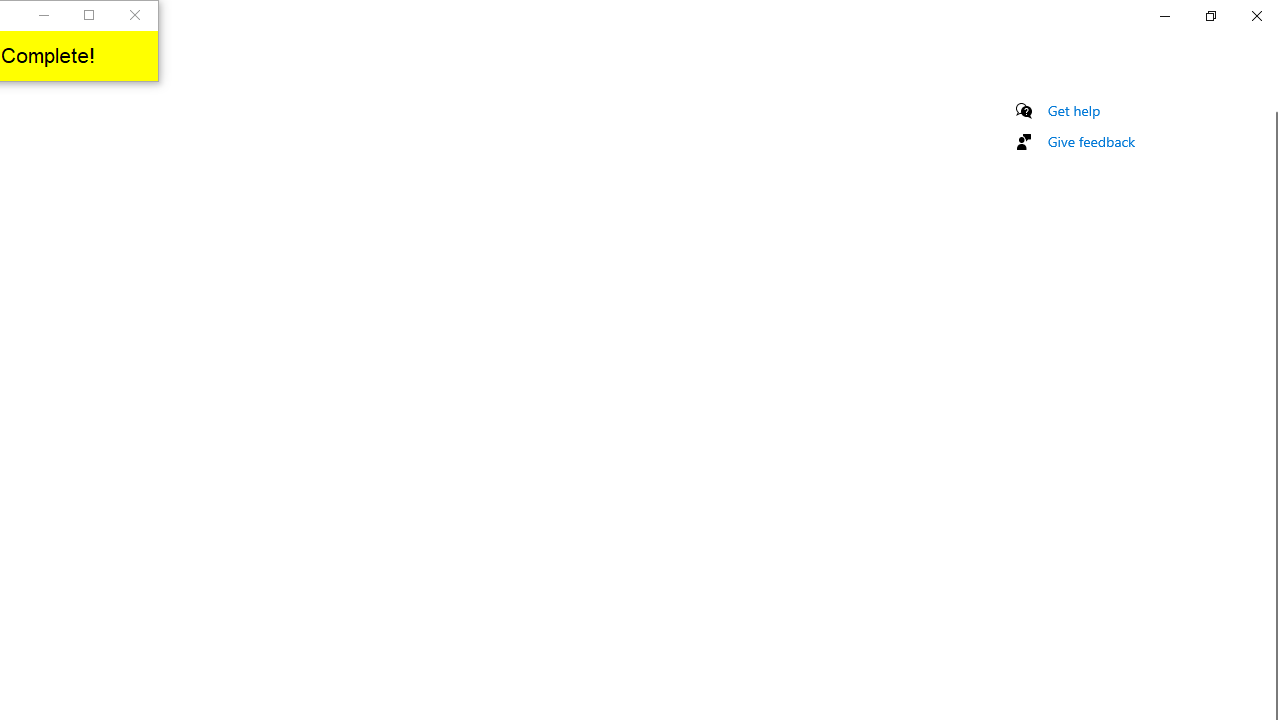  Describe the element at coordinates (1164, 15) in the screenshot. I see `'Minimize Settings'` at that location.